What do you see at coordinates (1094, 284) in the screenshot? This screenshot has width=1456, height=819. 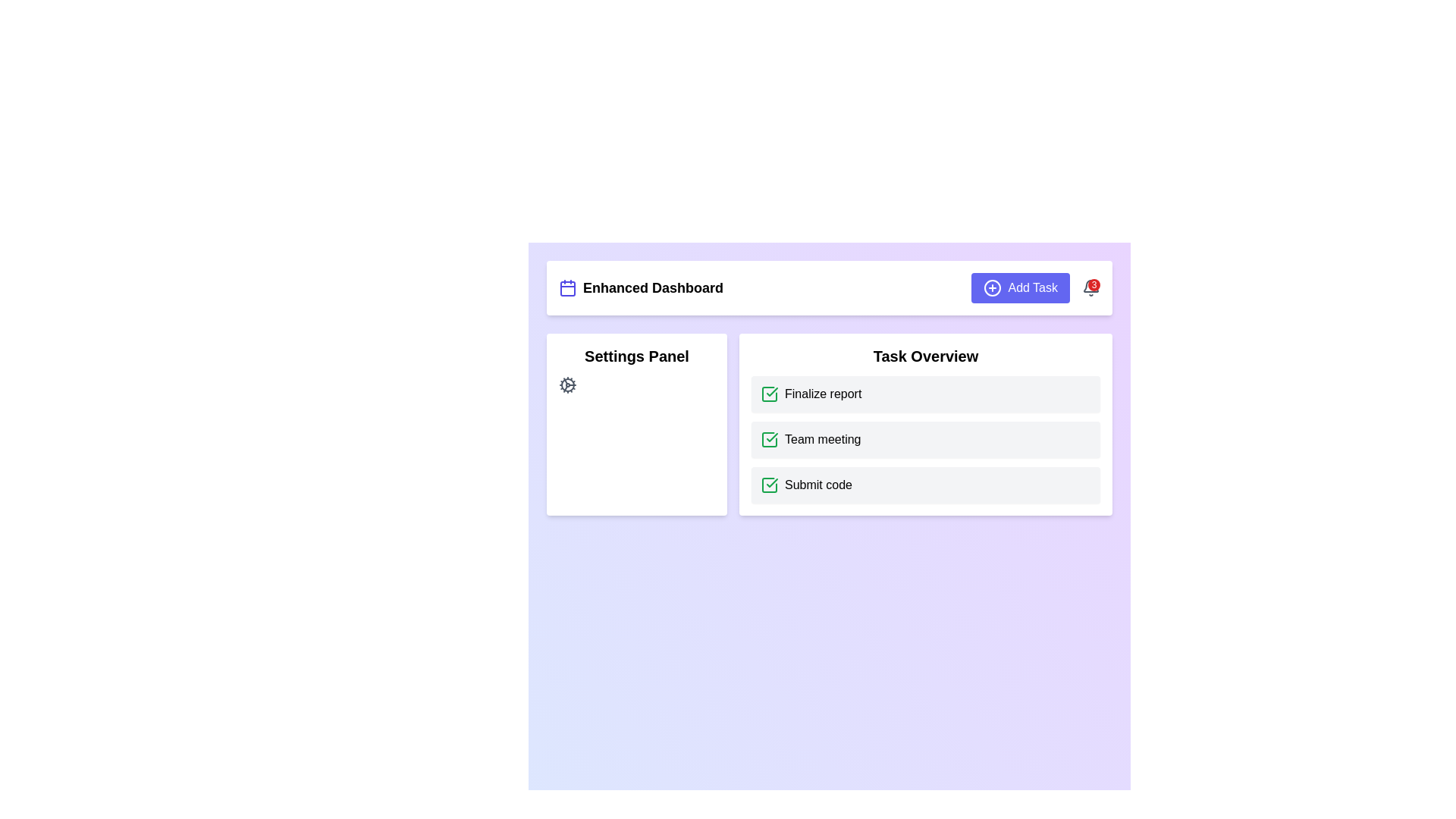 I see `content inside the Notification Badge, which is a small, circular red badge displaying the number '3', located at the upper-right edge of the bell icon` at bounding box center [1094, 284].